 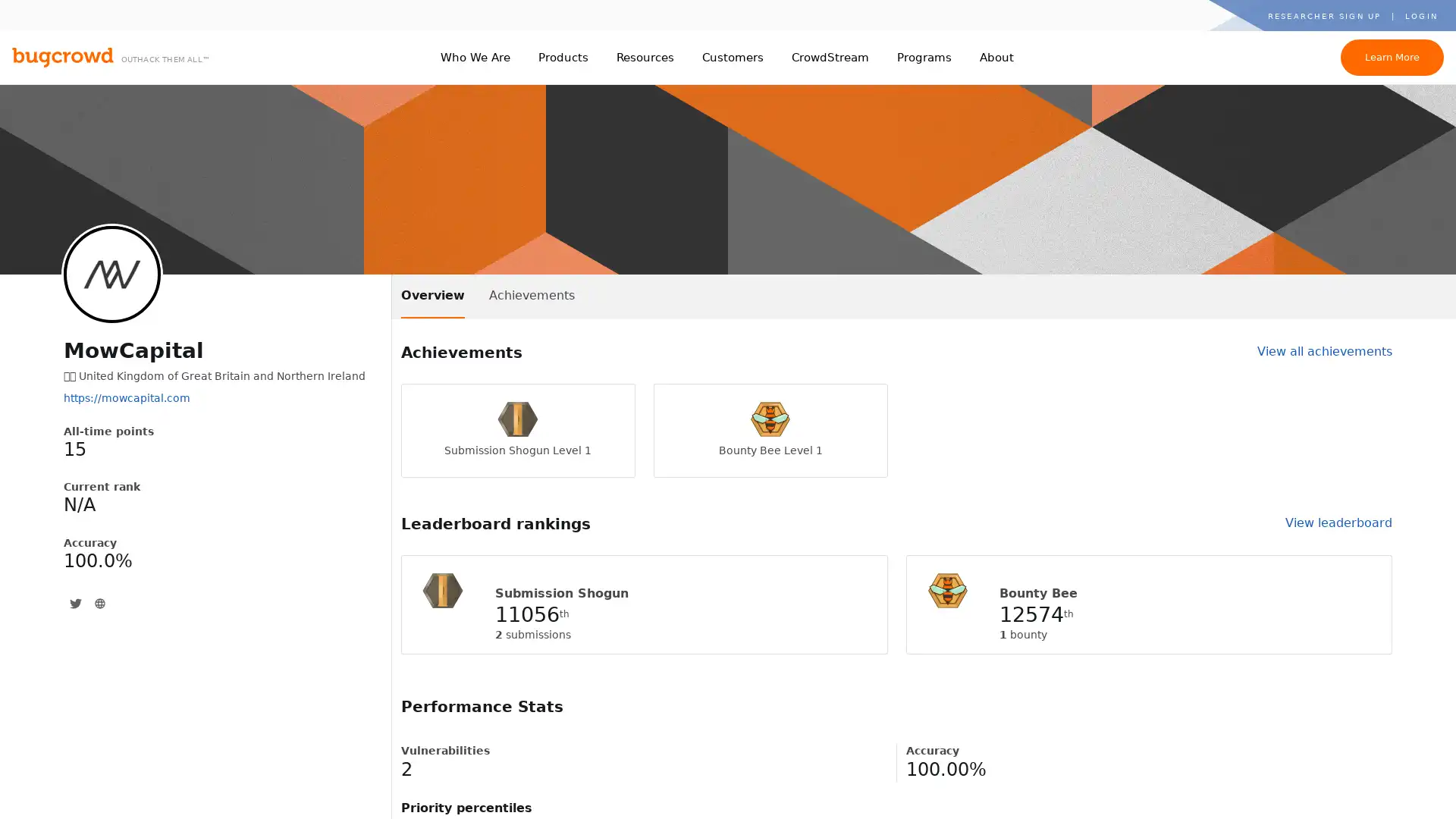 I want to click on Submission Shogun Level 1 Submission Shogun Level 1, so click(x=517, y=430).